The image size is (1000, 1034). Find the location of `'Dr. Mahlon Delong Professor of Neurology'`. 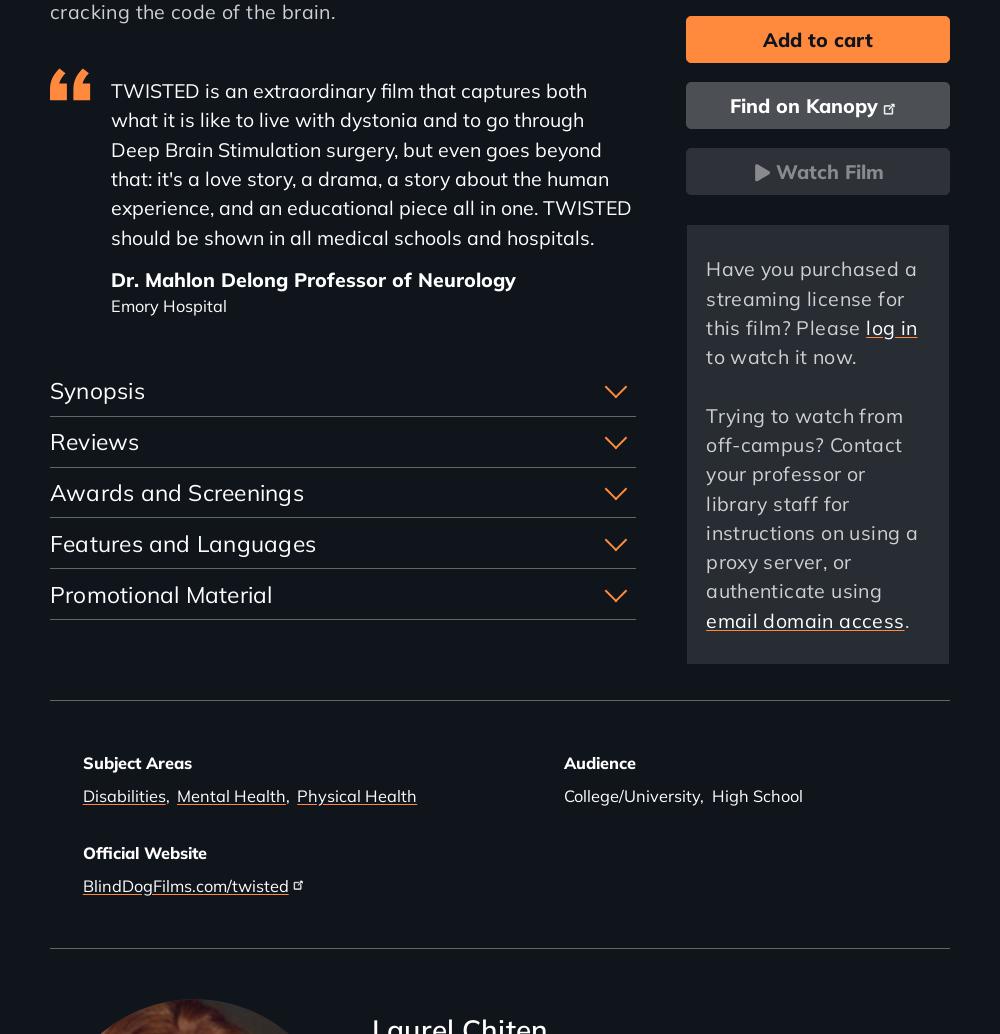

'Dr. Mahlon Delong Professor of Neurology' is located at coordinates (312, 278).